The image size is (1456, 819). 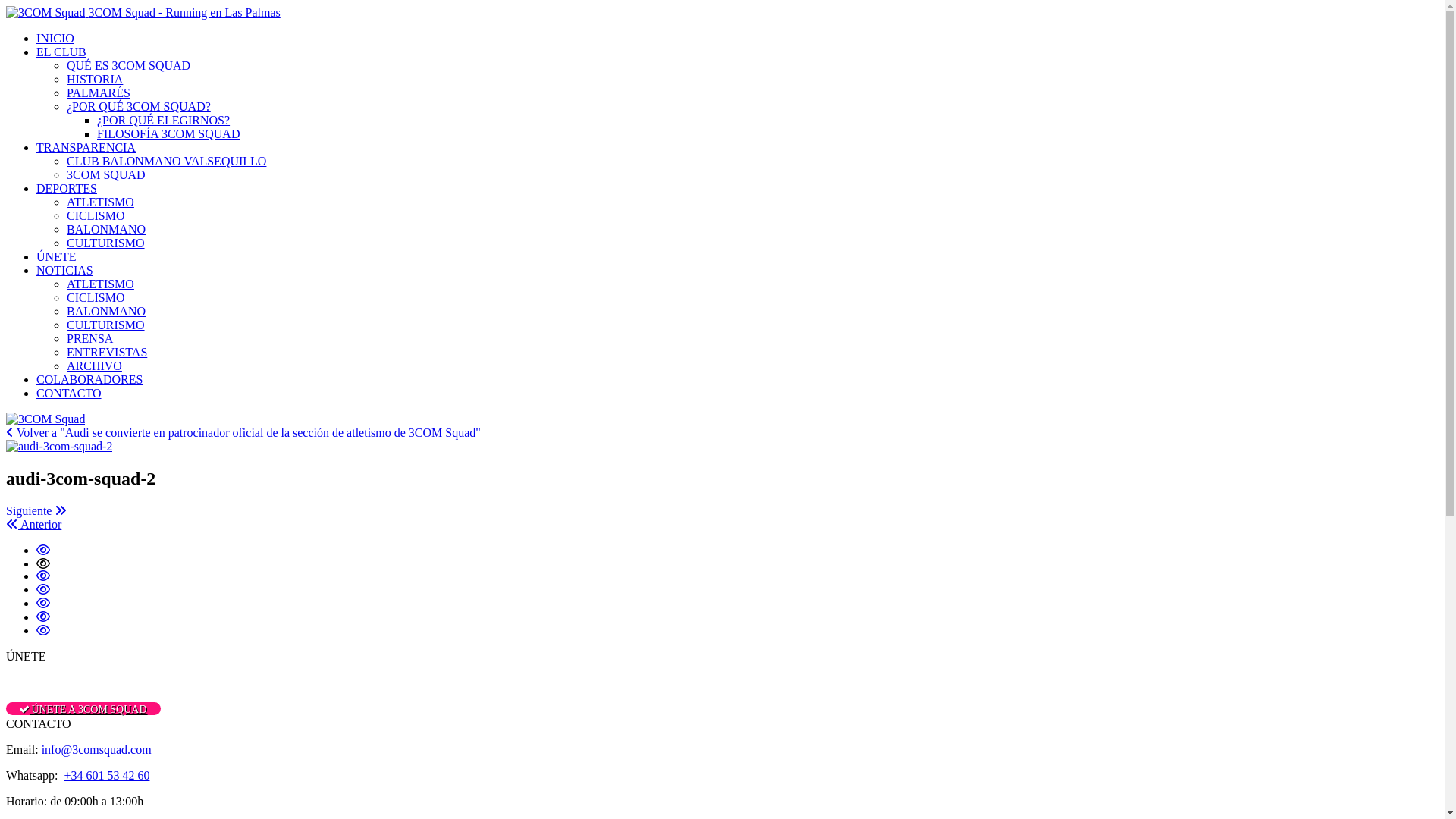 What do you see at coordinates (61, 51) in the screenshot?
I see `'EL CLUB'` at bounding box center [61, 51].